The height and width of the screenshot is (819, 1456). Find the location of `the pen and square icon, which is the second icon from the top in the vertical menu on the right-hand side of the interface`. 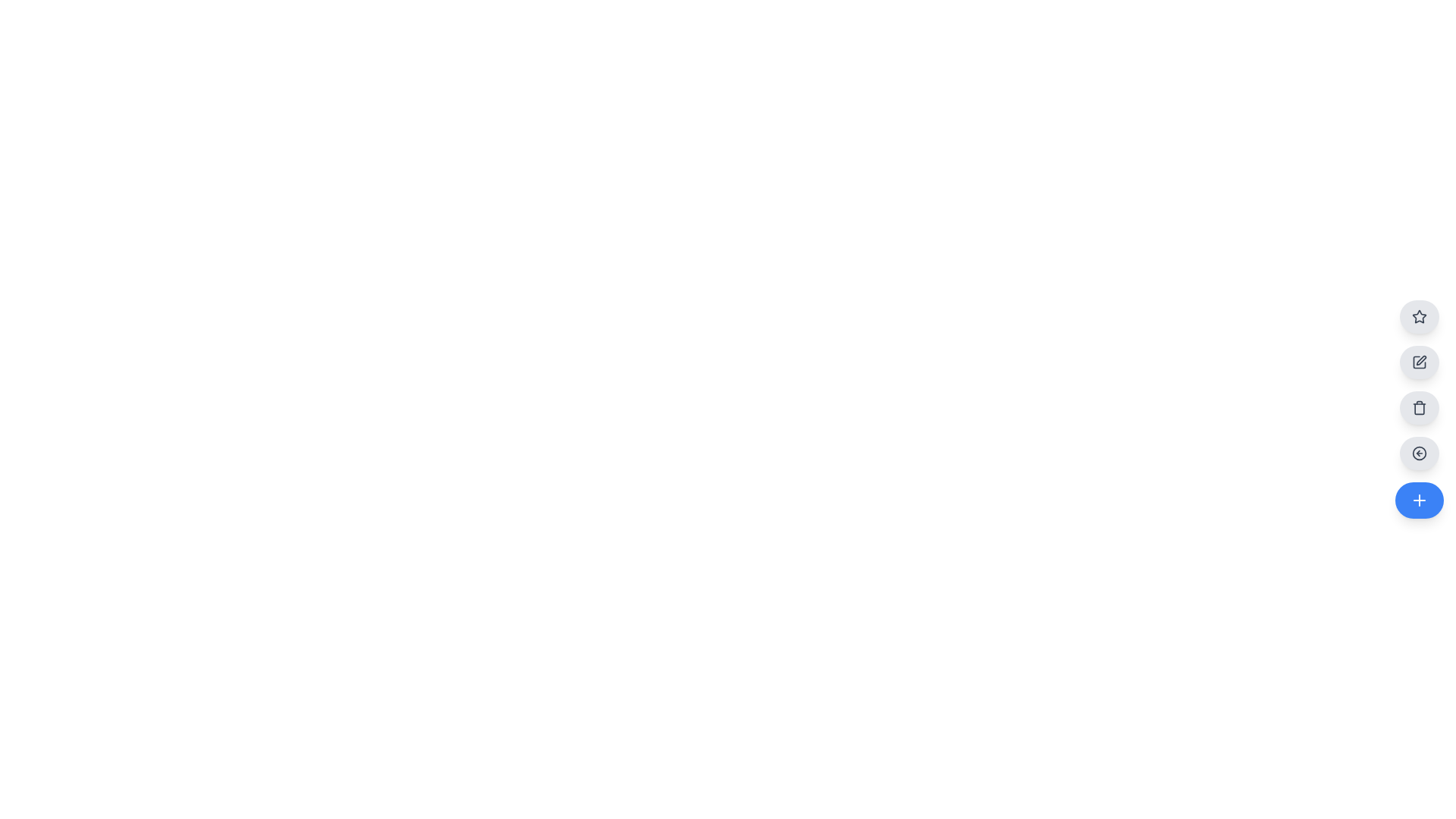

the pen and square icon, which is the second icon from the top in the vertical menu on the right-hand side of the interface is located at coordinates (1419, 362).